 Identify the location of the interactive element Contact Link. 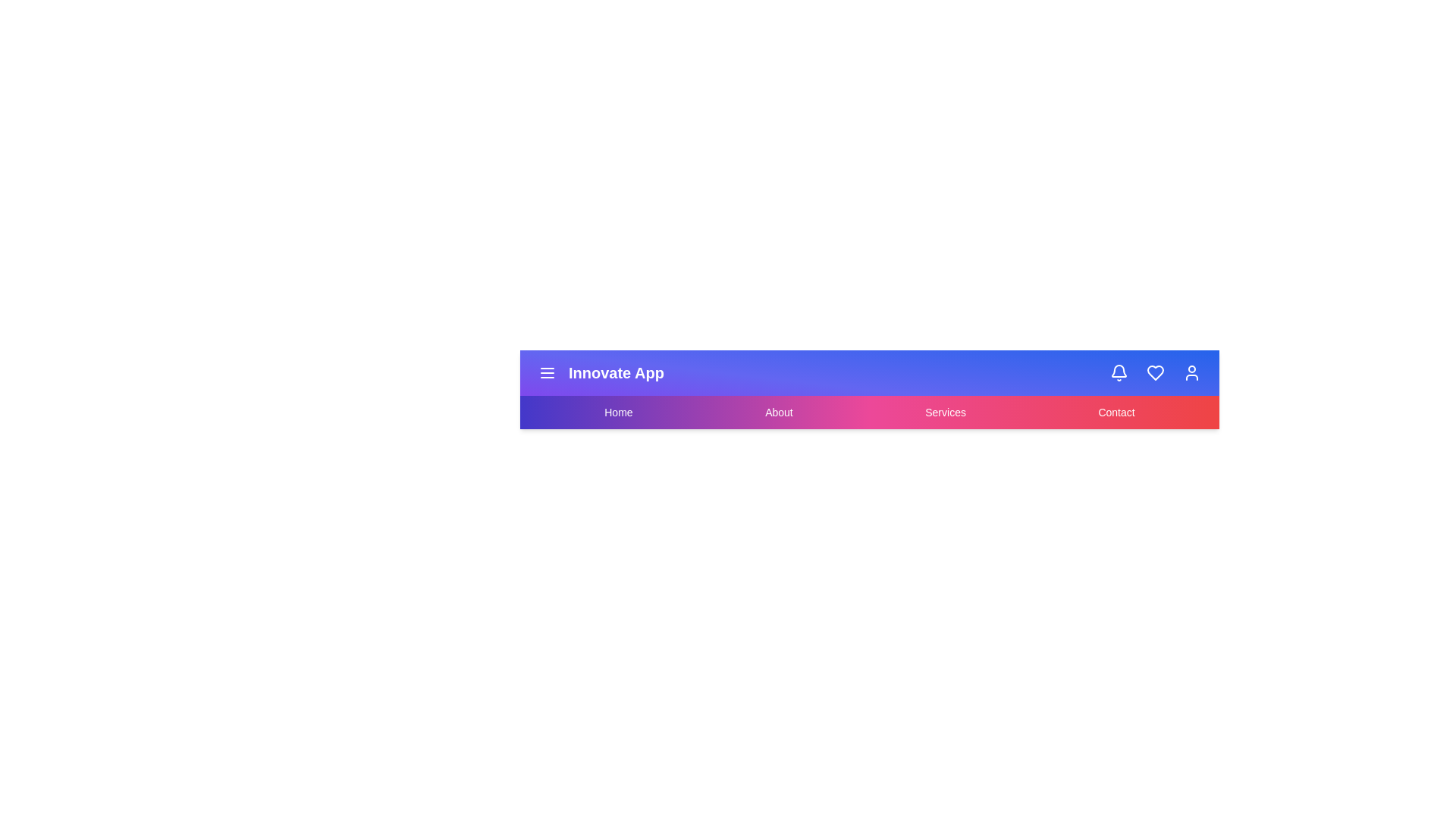
(1116, 412).